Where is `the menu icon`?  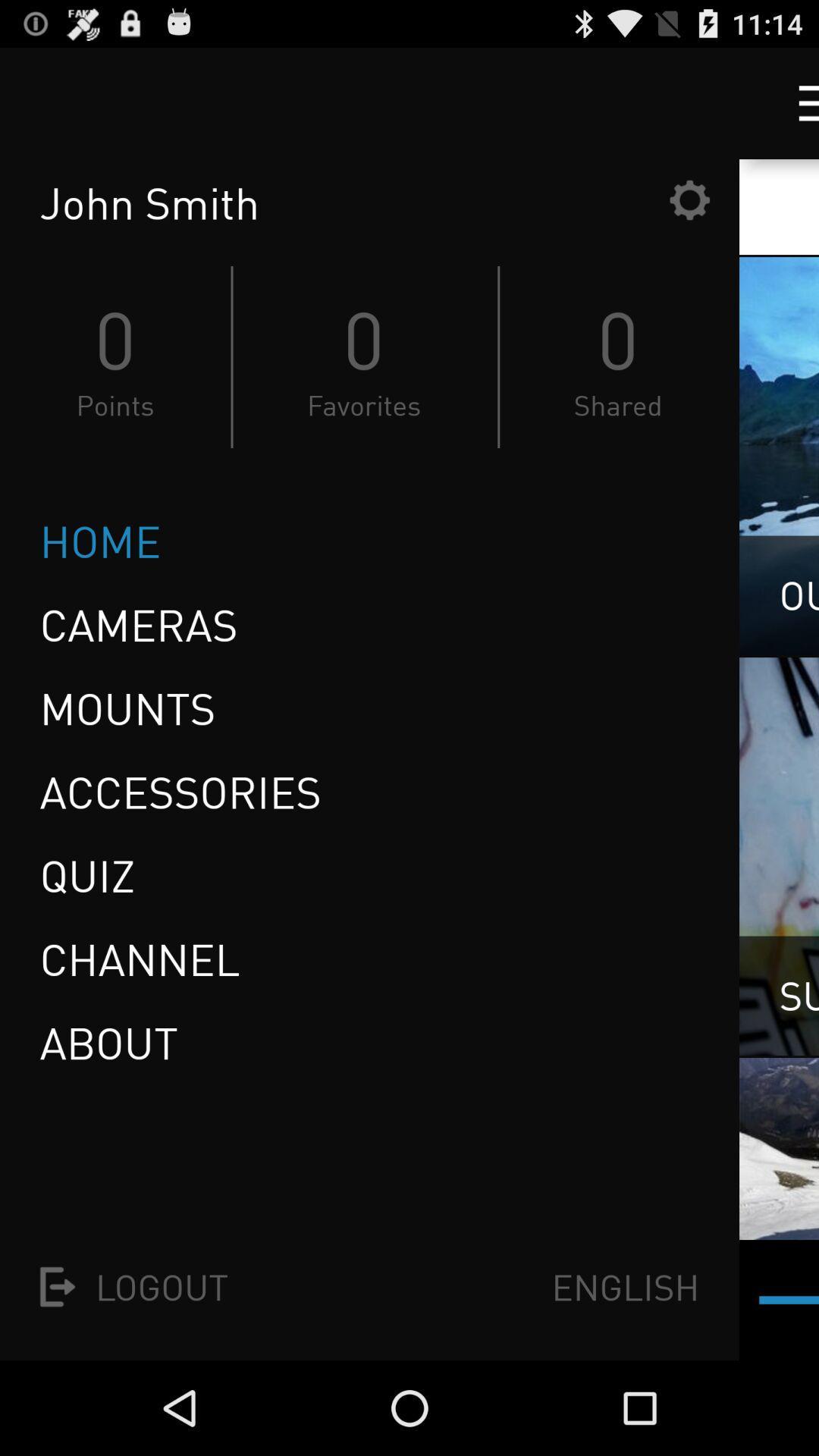
the menu icon is located at coordinates (794, 109).